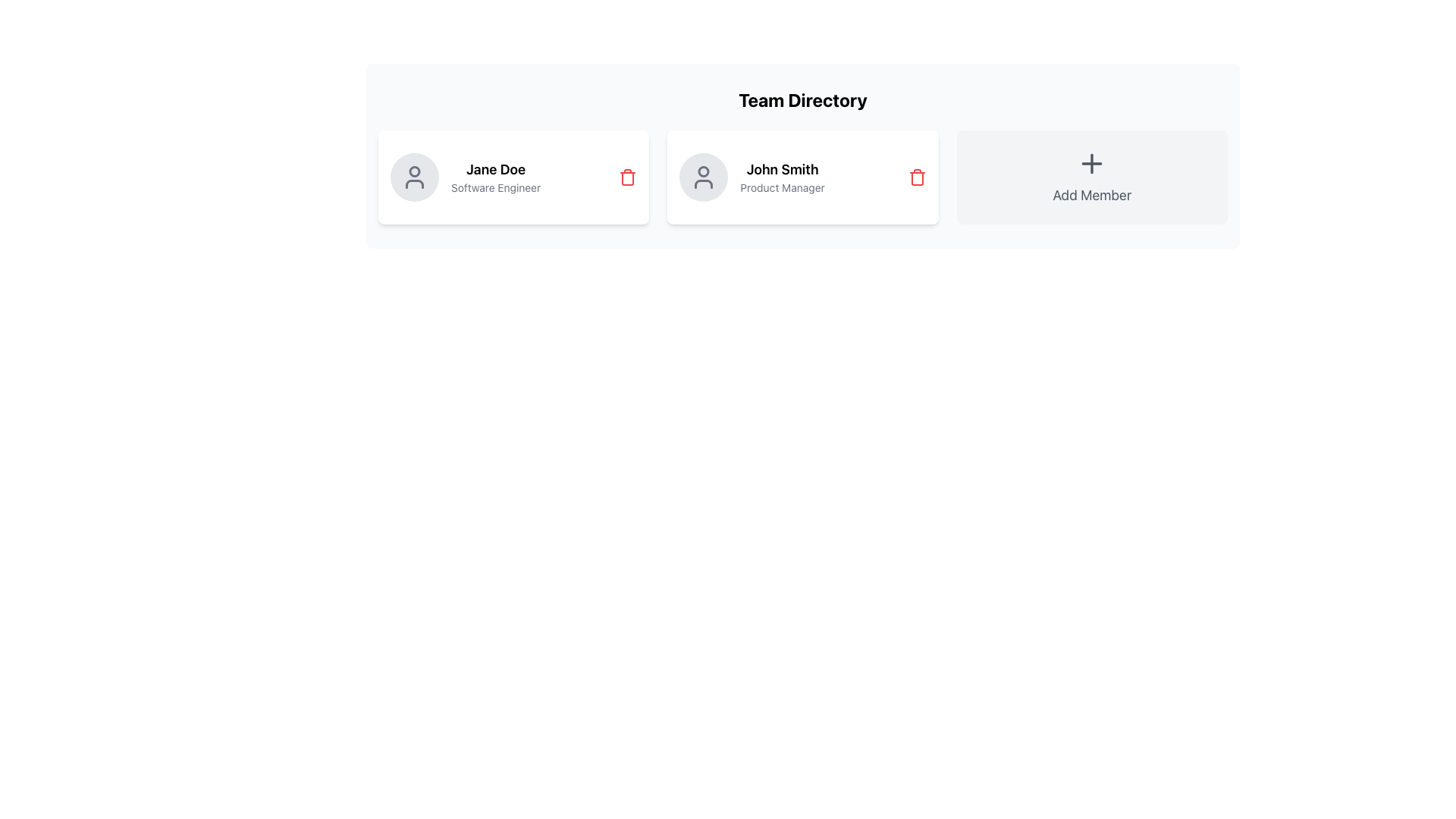 The image size is (1456, 819). I want to click on the red trash icon button located at the top-right corner of Jane Doe's information card, so click(628, 177).